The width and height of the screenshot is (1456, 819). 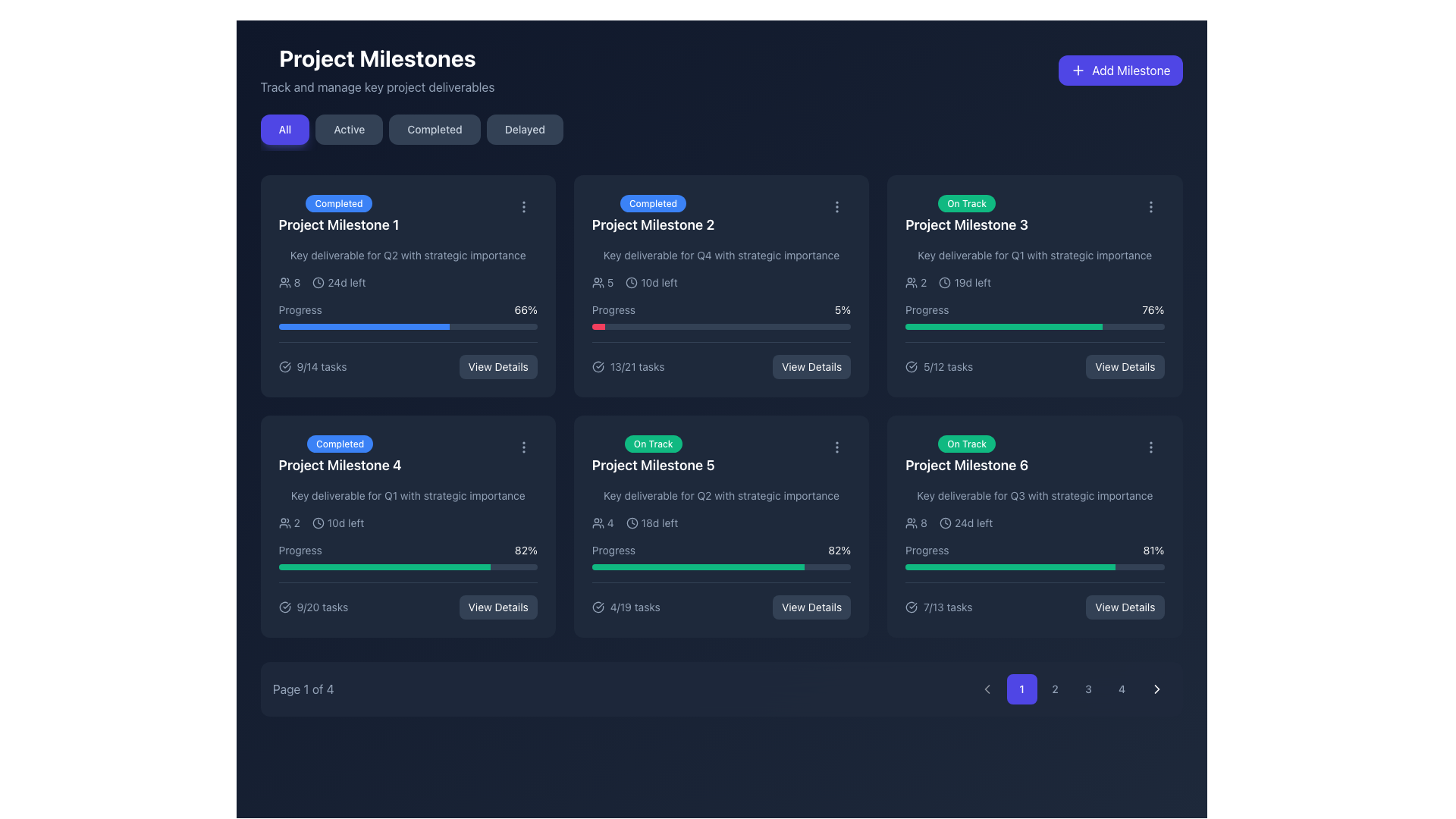 I want to click on the 'On Track' badge with a green background and white bold text located in the 'Project Milestone 6' card, so click(x=966, y=444).